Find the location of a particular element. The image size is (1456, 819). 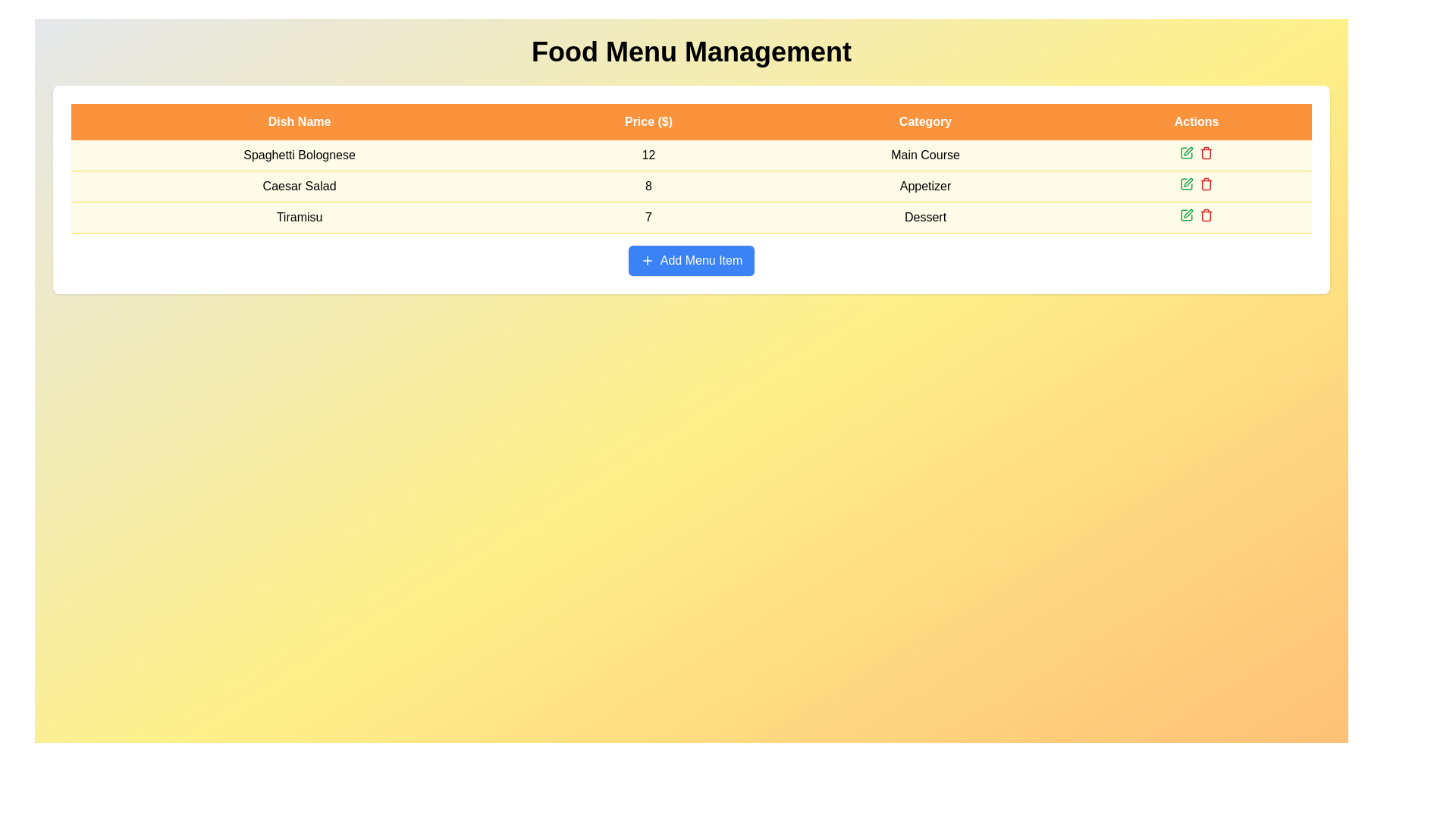

the leftmost button in the 'Actions' column of the table in the second row to initiate editing is located at coordinates (1185, 184).